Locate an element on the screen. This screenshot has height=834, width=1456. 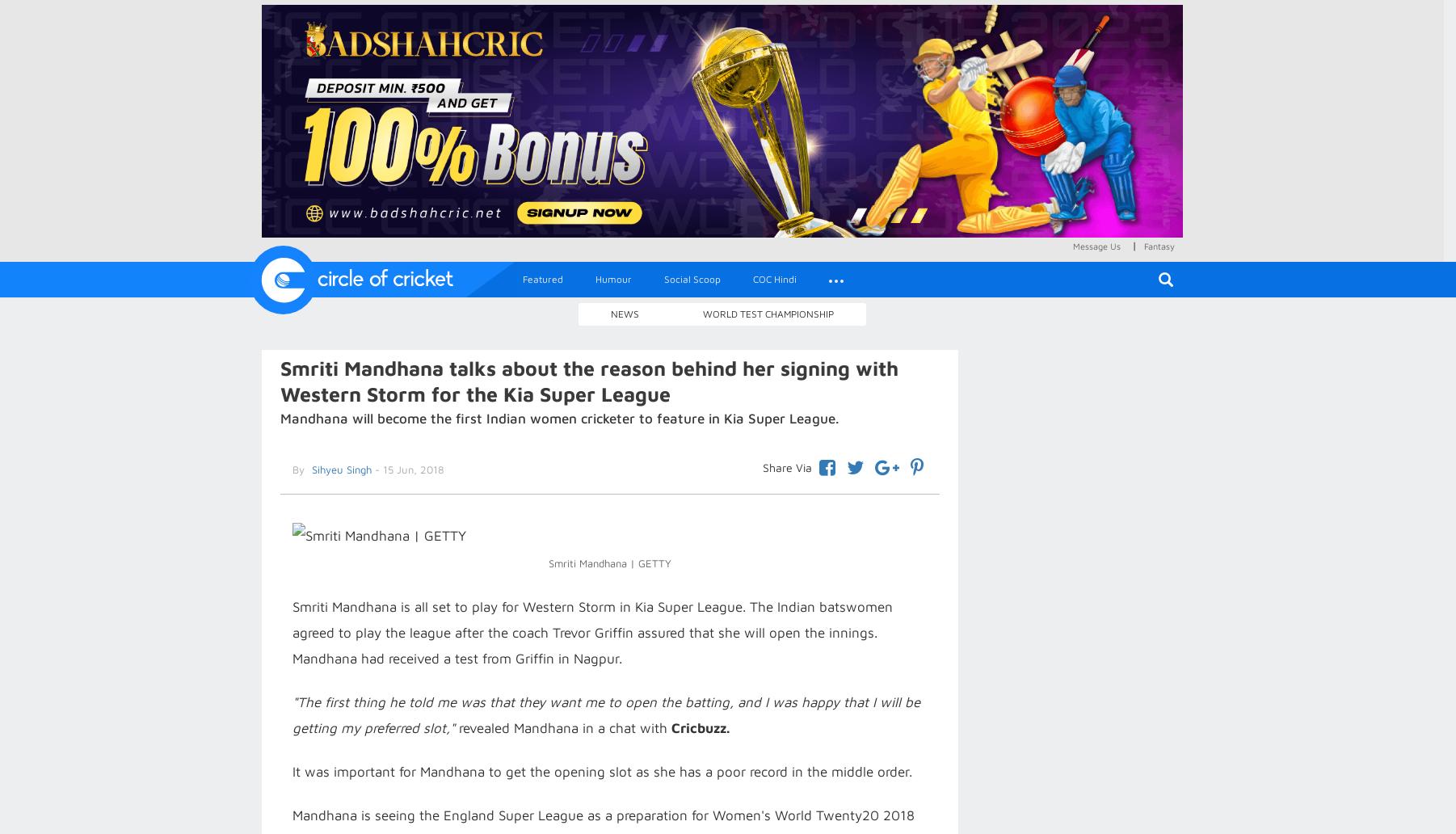
'Smriti Mandhana talks about the reason behind her signing with Western Storm for the Kia Super League' is located at coordinates (587, 380).